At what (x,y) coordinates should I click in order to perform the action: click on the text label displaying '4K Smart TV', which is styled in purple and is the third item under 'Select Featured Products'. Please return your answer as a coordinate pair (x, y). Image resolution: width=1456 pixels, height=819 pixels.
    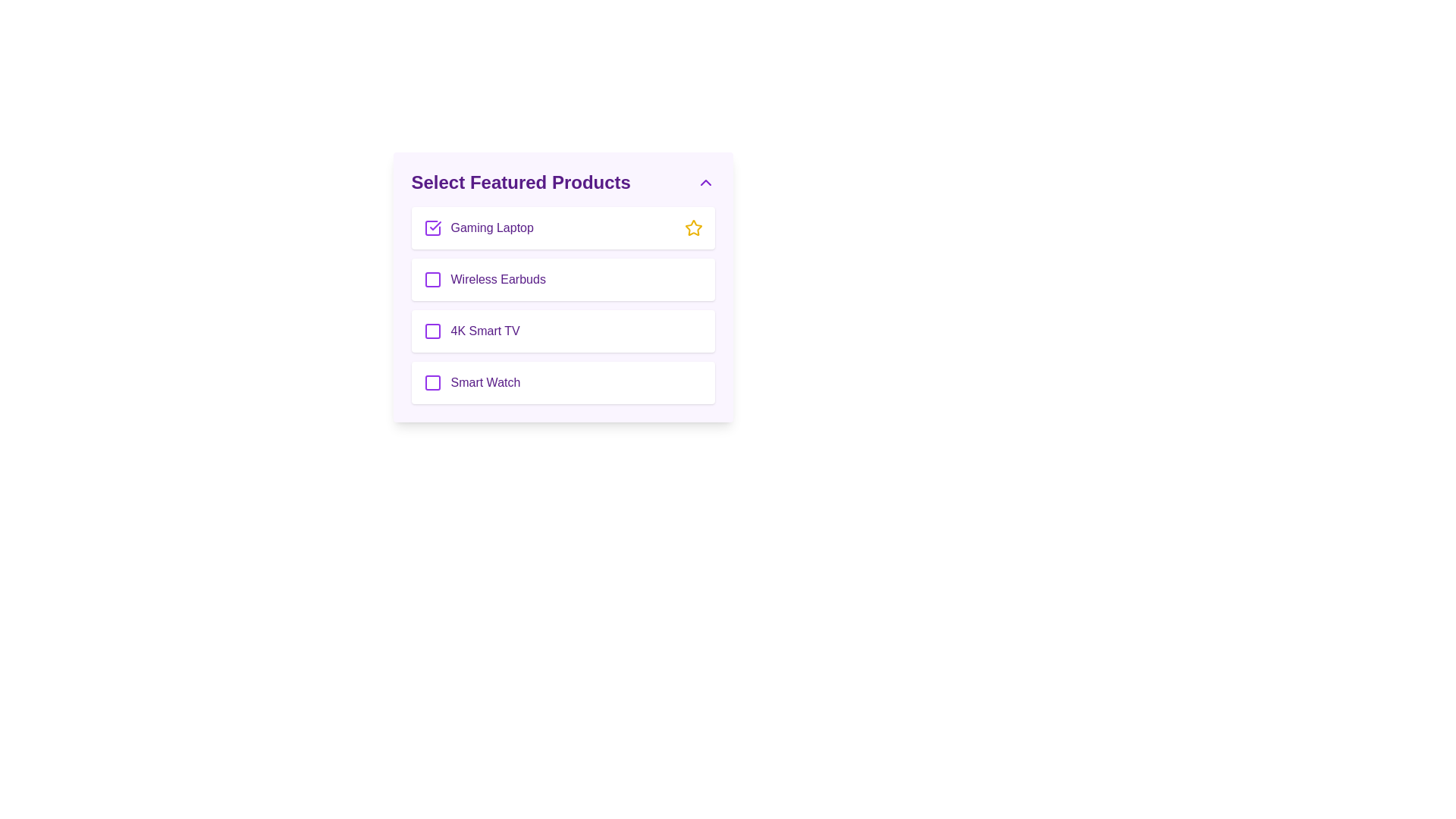
    Looking at the image, I should click on (485, 330).